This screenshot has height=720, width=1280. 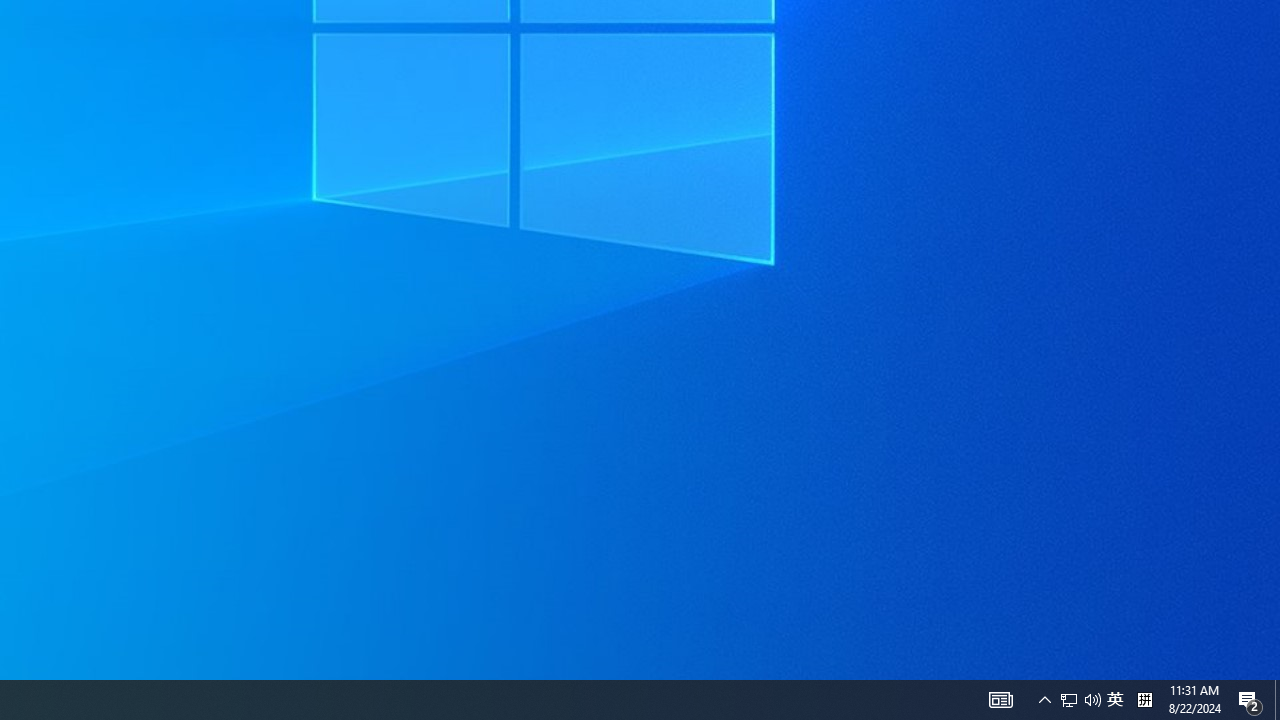 I want to click on 'Q2790: 100%', so click(x=1092, y=698).